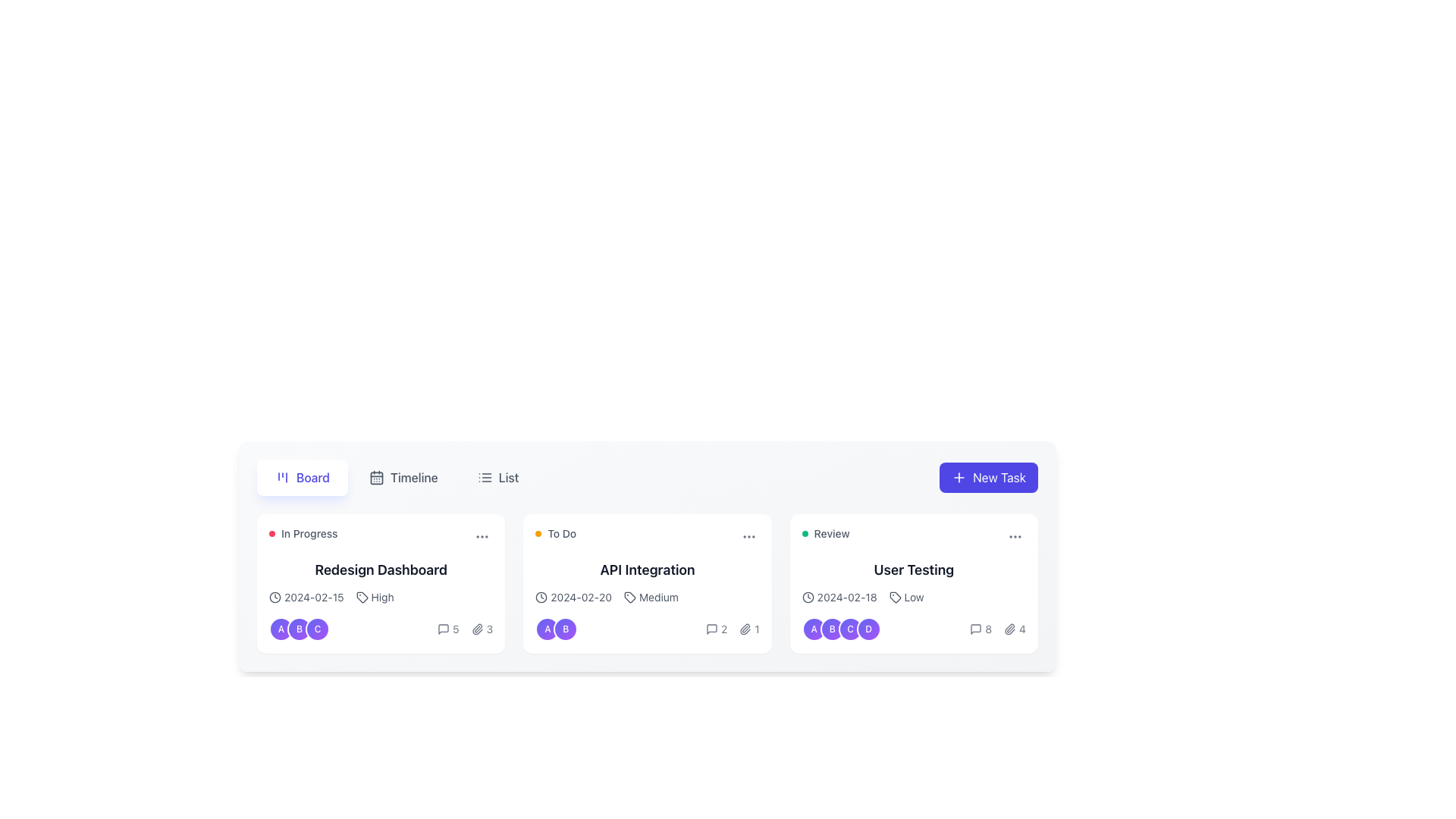 The image size is (1456, 819). What do you see at coordinates (361, 596) in the screenshot?
I see `the priority level icon associated with the 'High' text, which is located to the left of the 'High' text in the 'Redesign Dashboard' card` at bounding box center [361, 596].